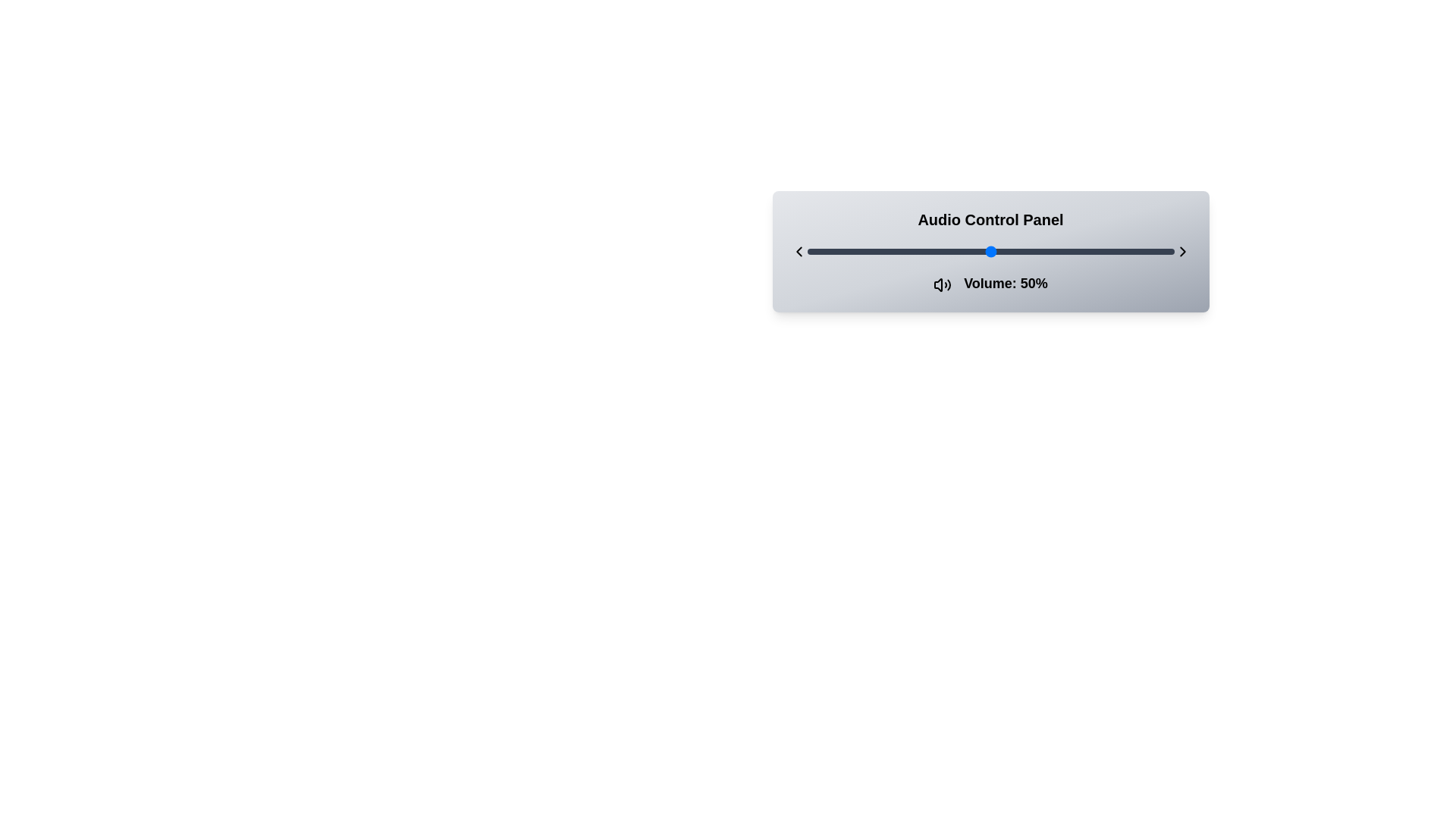 The height and width of the screenshot is (819, 1456). I want to click on the volume, so click(880, 250).